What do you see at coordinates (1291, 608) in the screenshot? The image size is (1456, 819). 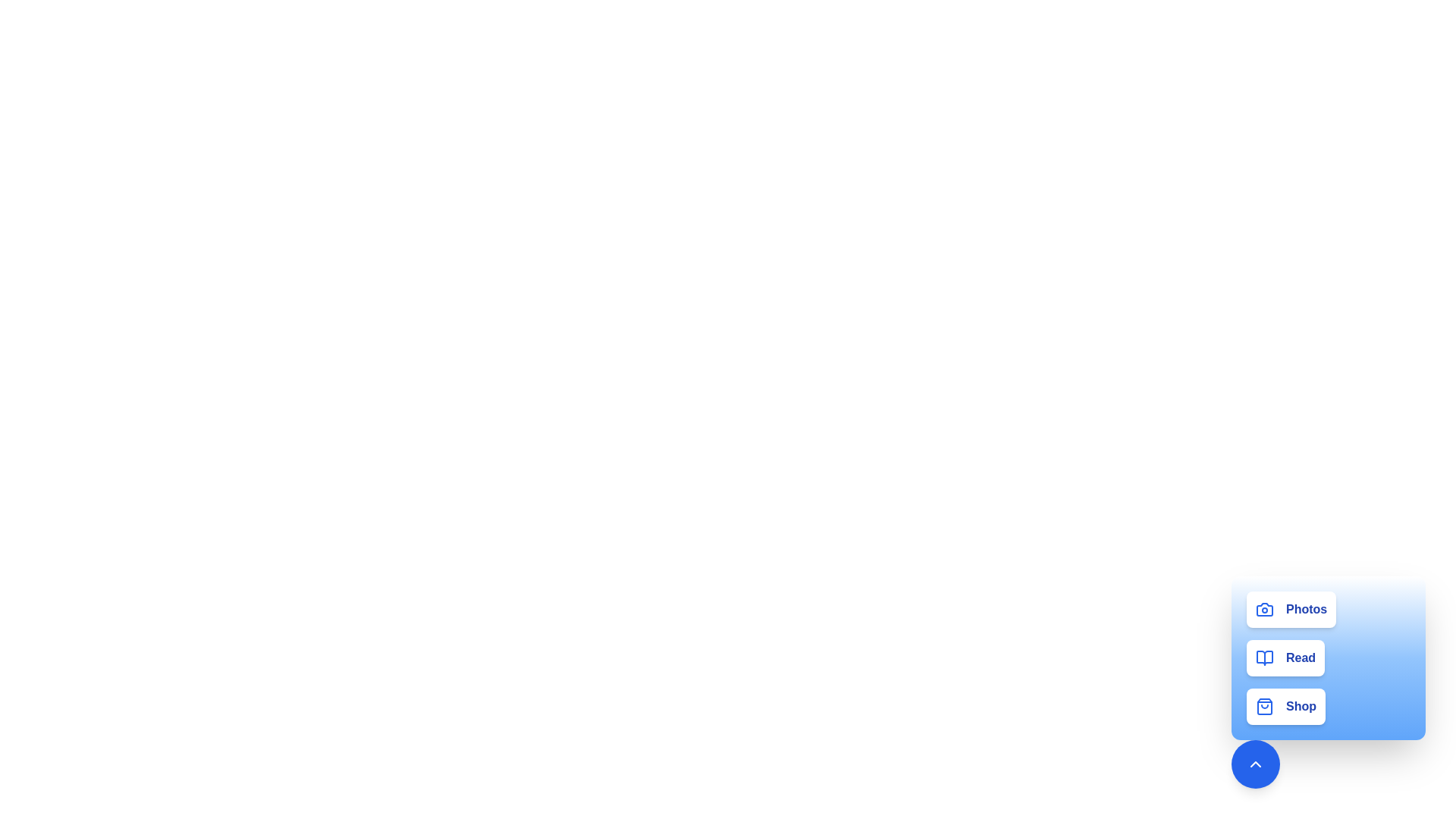 I see `the button corresponding to the activity 'Photos'` at bounding box center [1291, 608].